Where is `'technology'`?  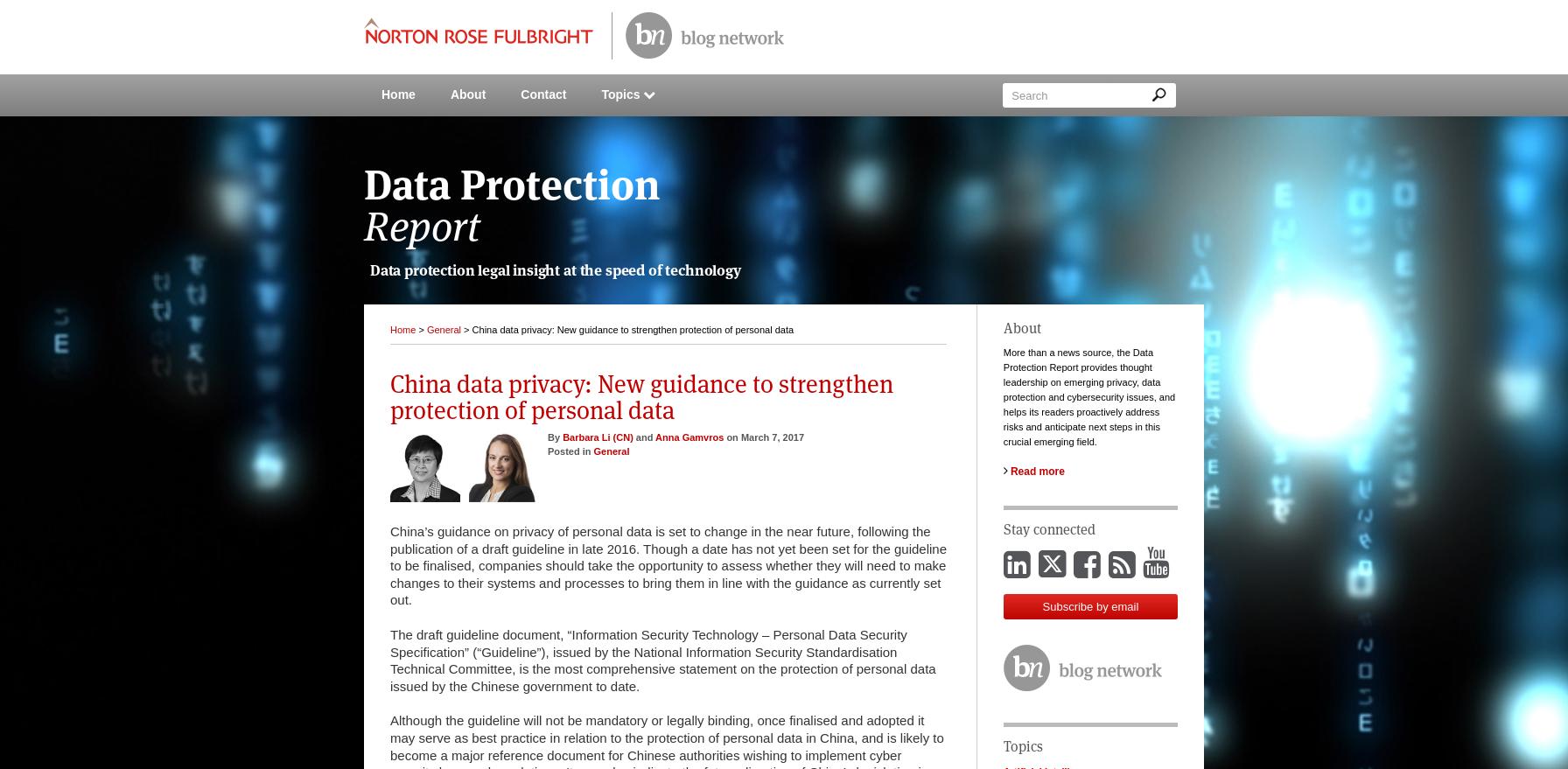 'technology' is located at coordinates (702, 269).